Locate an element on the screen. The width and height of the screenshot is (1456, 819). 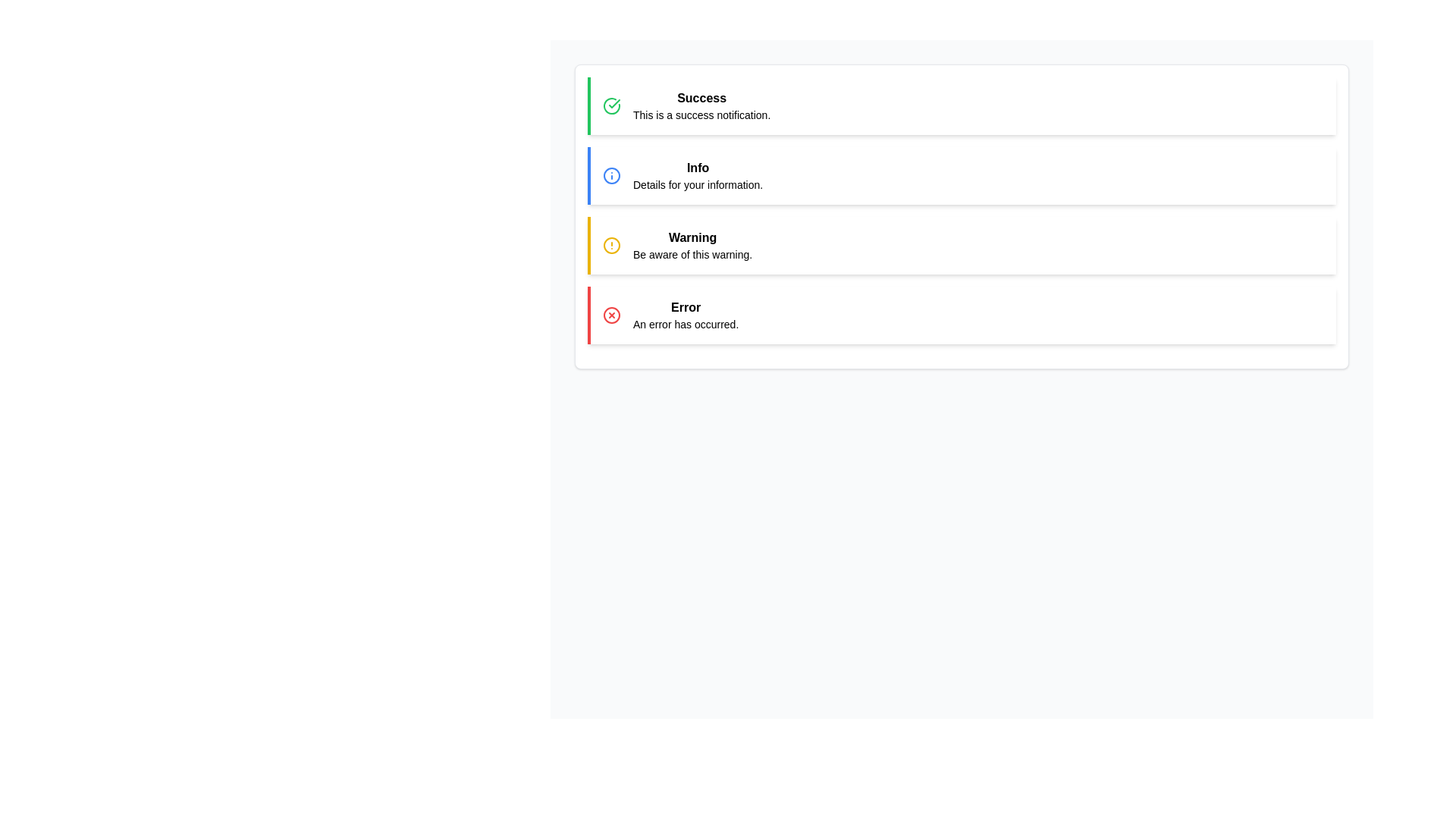
the static text element providing contextual information related to the 'Success' notification, positioned directly underneath the bolded text 'Success' is located at coordinates (701, 114).